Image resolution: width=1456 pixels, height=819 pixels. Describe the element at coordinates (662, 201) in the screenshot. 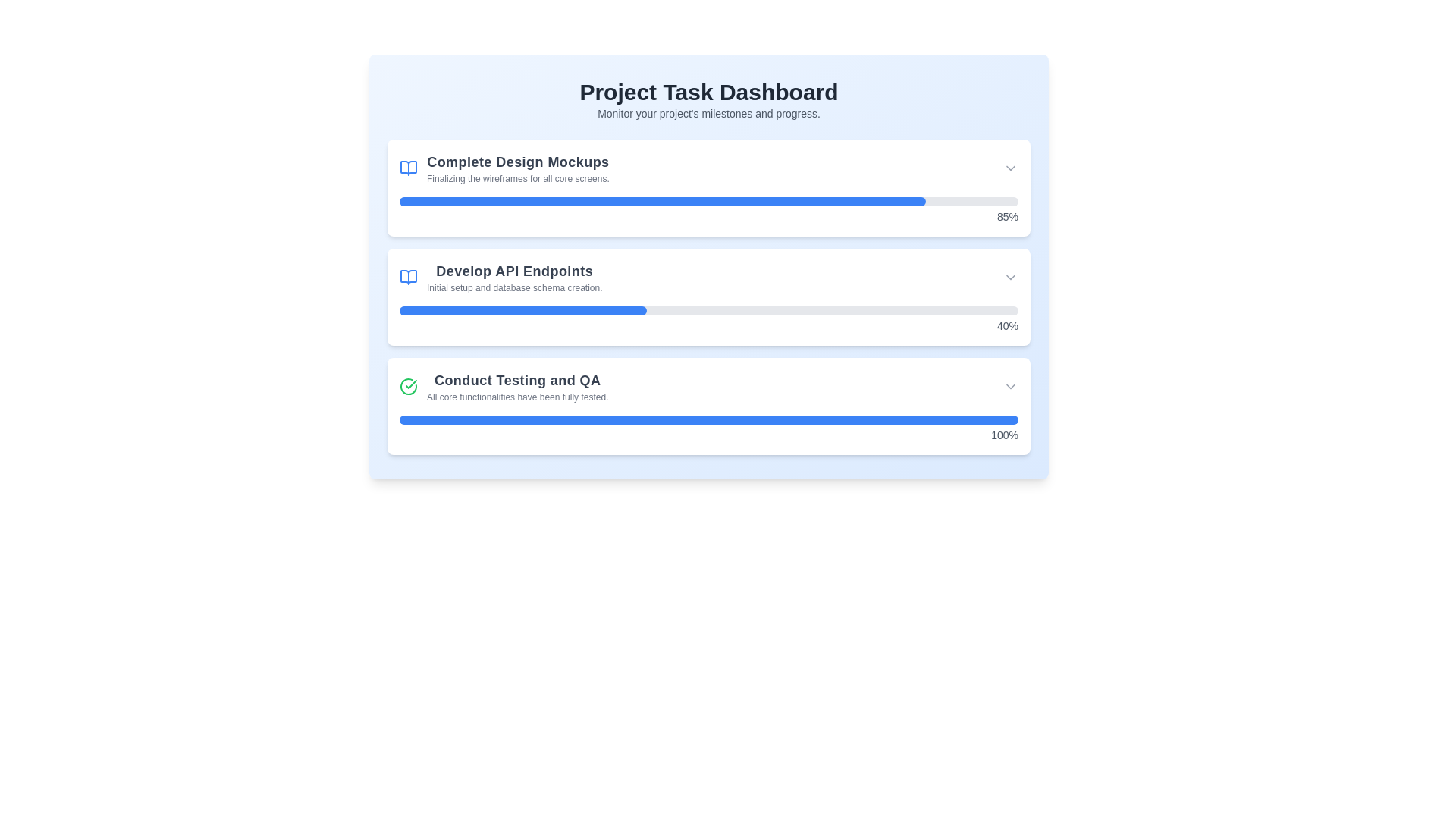

I see `the progress bar representing the task 'Complete Design Mockups' within the 'Project Task Dashboard'` at that location.